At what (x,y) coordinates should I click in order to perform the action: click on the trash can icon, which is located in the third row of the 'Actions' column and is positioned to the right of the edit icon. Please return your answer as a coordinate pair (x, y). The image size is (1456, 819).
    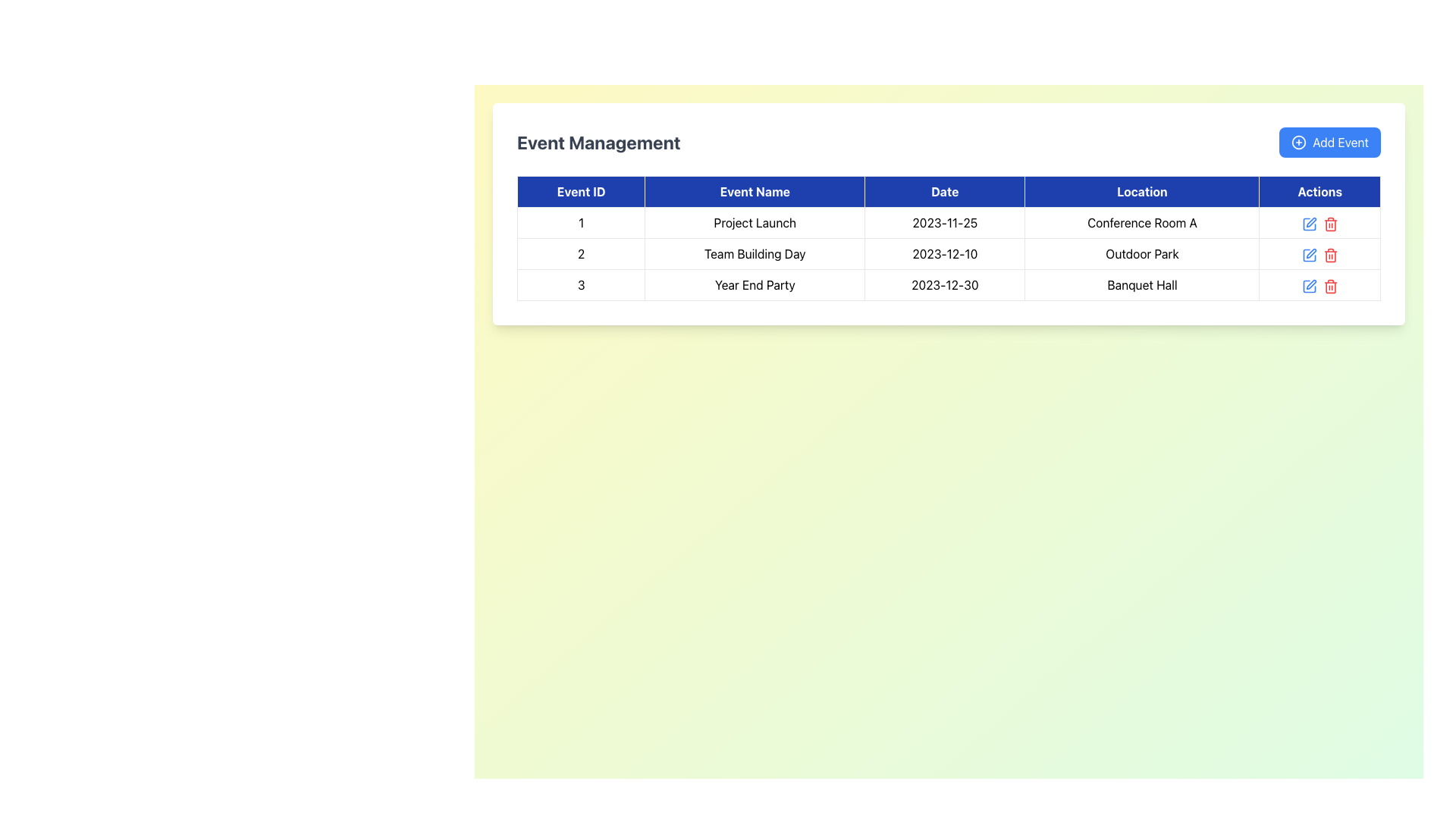
    Looking at the image, I should click on (1329, 287).